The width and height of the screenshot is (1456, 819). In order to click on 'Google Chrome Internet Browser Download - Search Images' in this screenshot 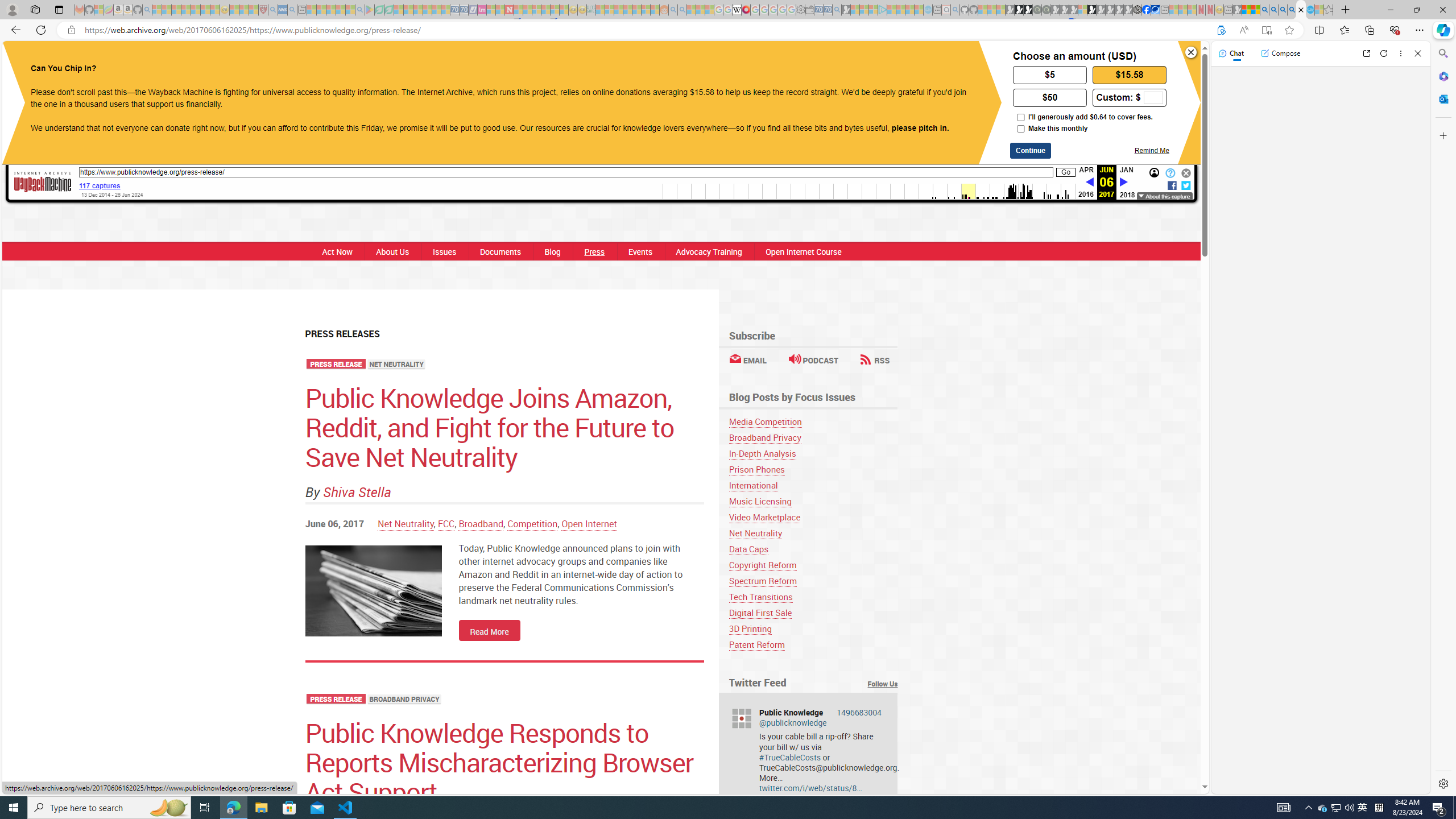, I will do `click(1292, 9)`.